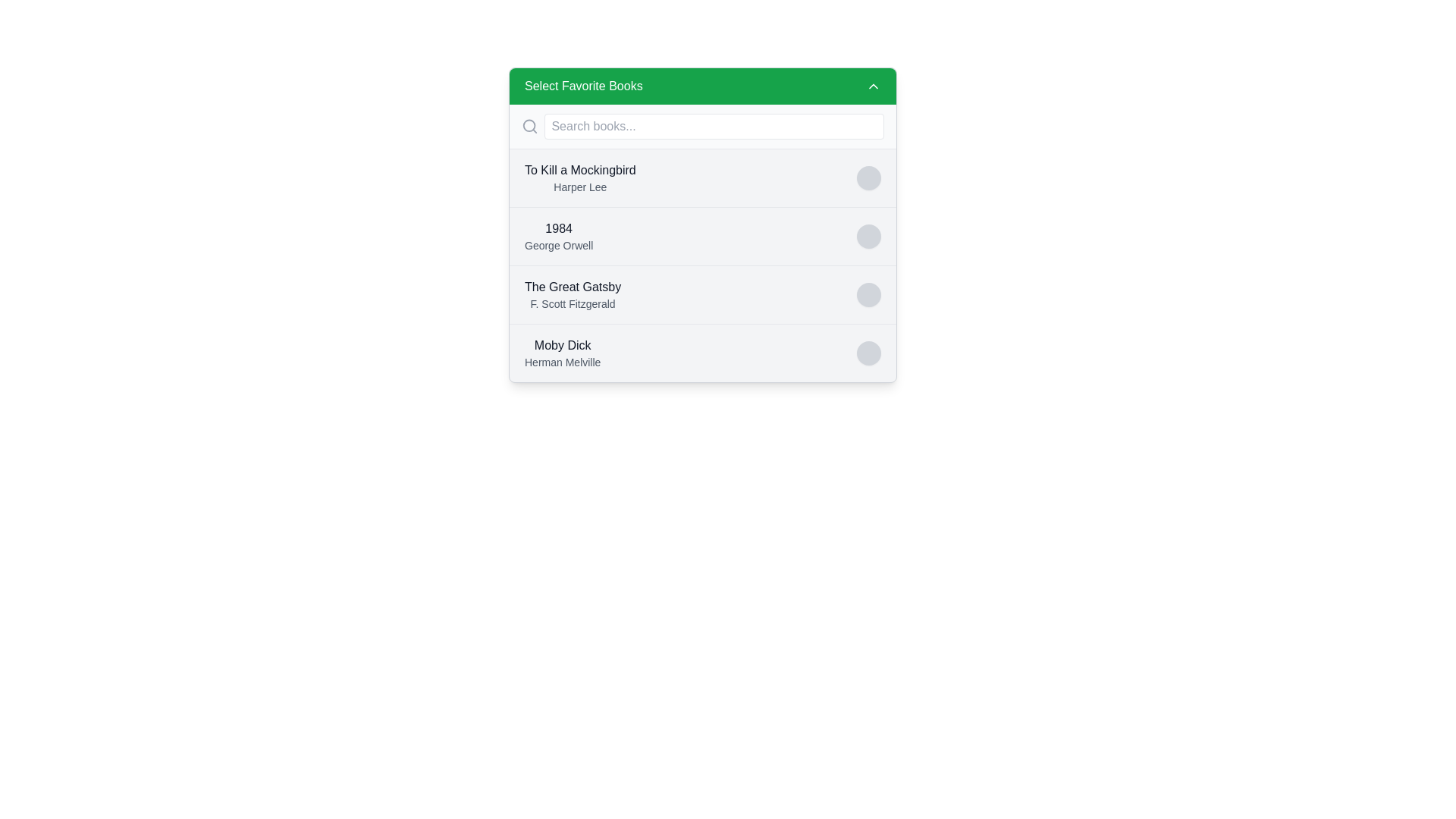 The height and width of the screenshot is (819, 1456). Describe the element at coordinates (701, 236) in the screenshot. I see `the circular action button of the second book entry in the list, which represents a book with a title and author` at that location.